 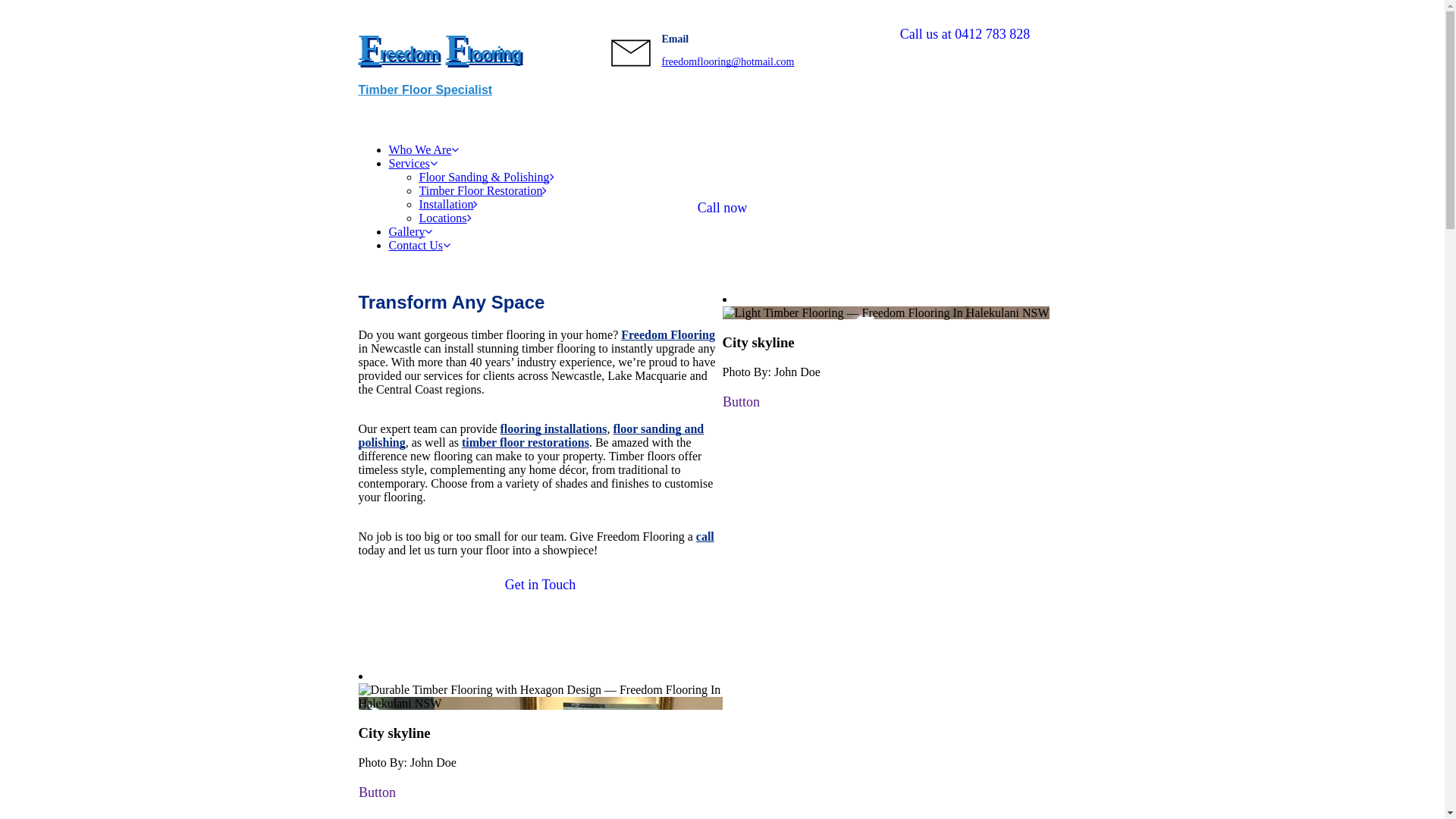 I want to click on 'freedomflooring@hotmail.com', so click(x=726, y=61).